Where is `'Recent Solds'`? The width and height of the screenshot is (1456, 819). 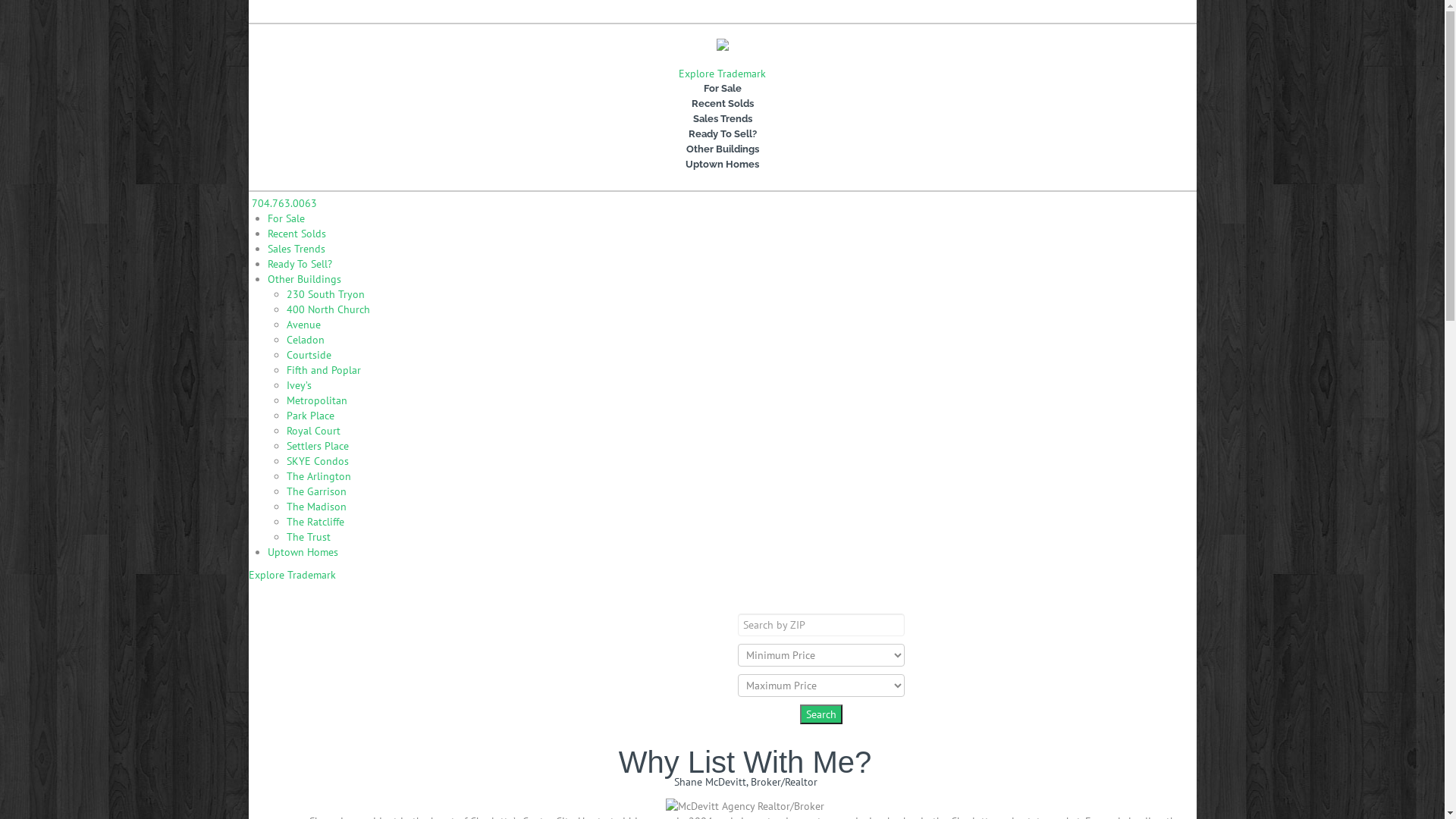
'Recent Solds' is located at coordinates (722, 103).